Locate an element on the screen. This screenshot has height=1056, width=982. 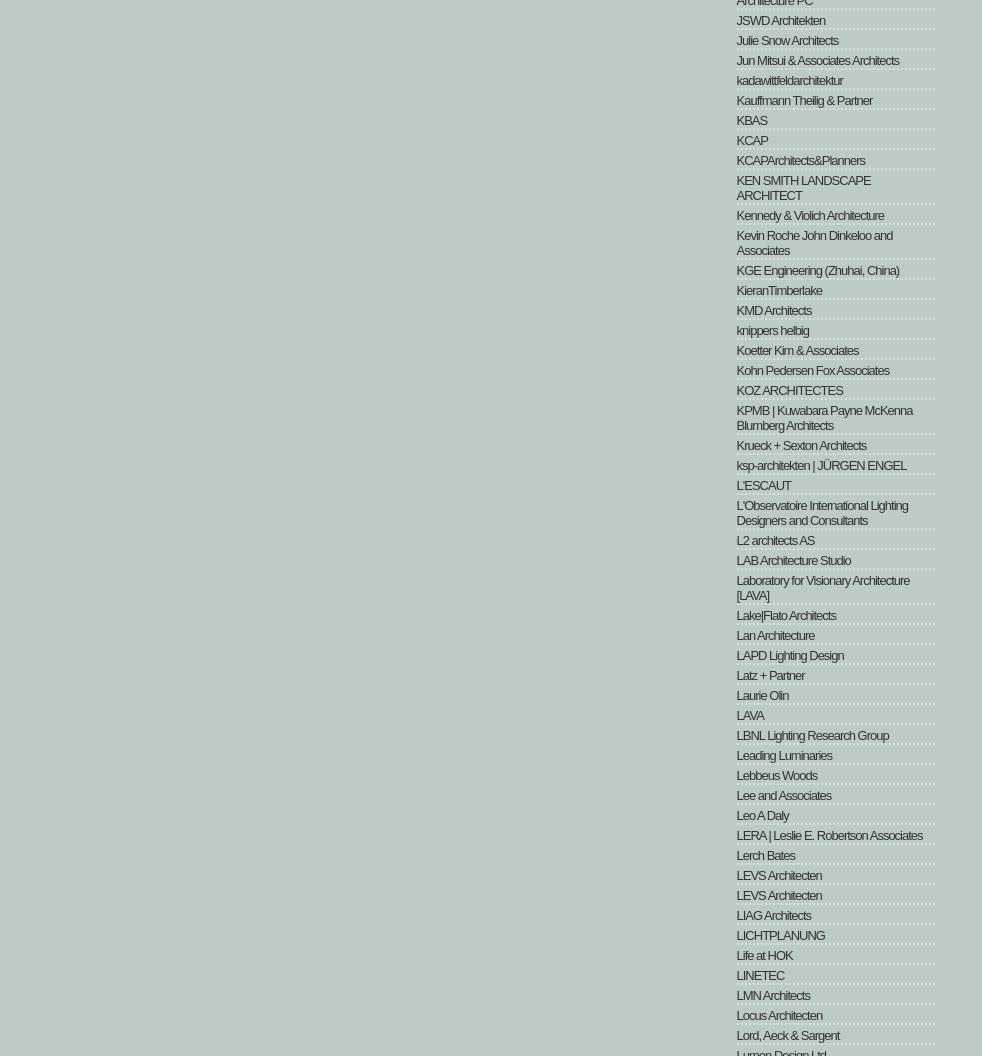
'L'Observatoire International Lighting Designers and Consultants' is located at coordinates (821, 512).